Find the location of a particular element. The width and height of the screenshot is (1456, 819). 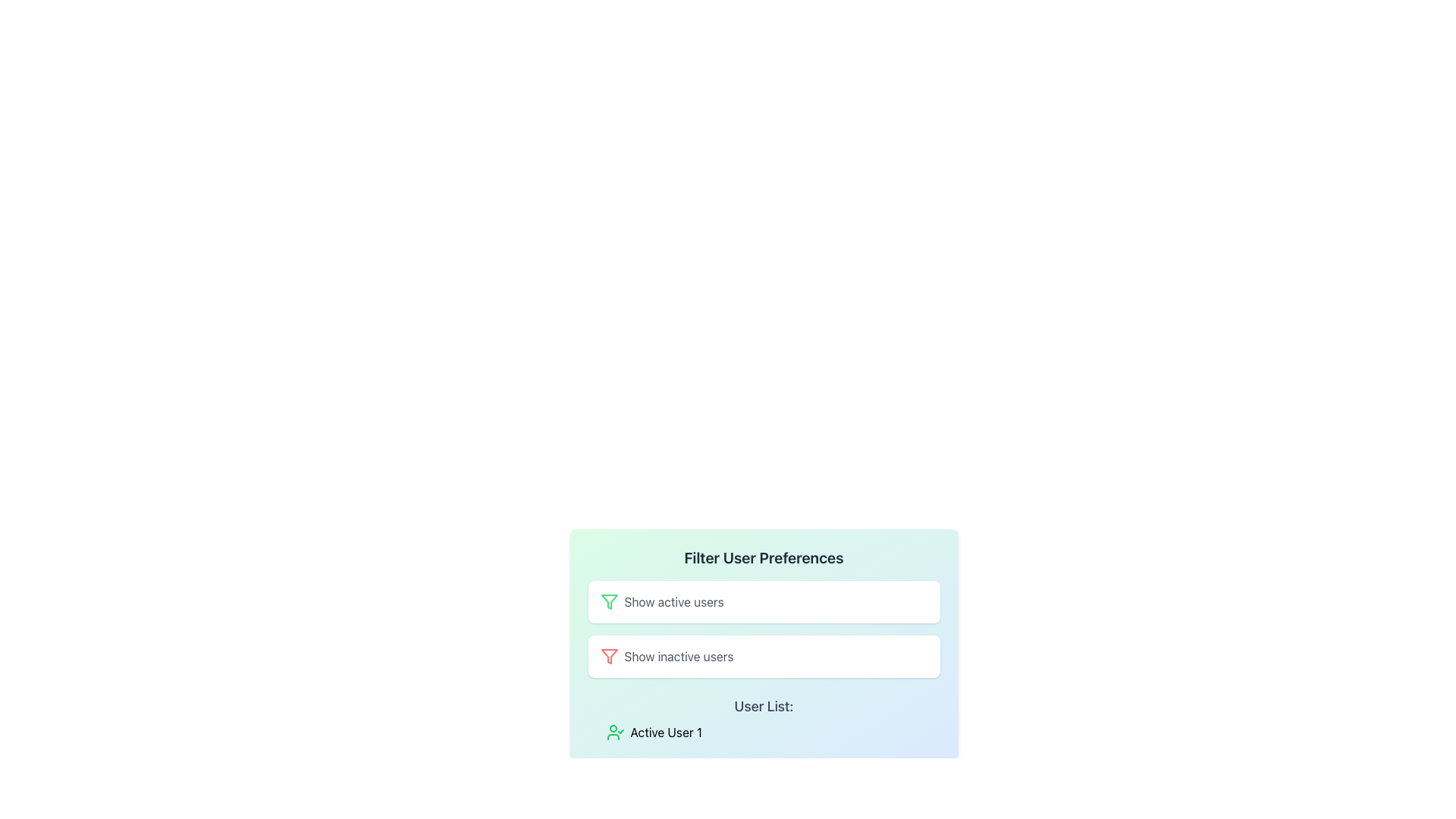

the informational label with icon indicating filter options for displaying active users, located at the top of the 'Filter User Preferences' card is located at coordinates (662, 601).